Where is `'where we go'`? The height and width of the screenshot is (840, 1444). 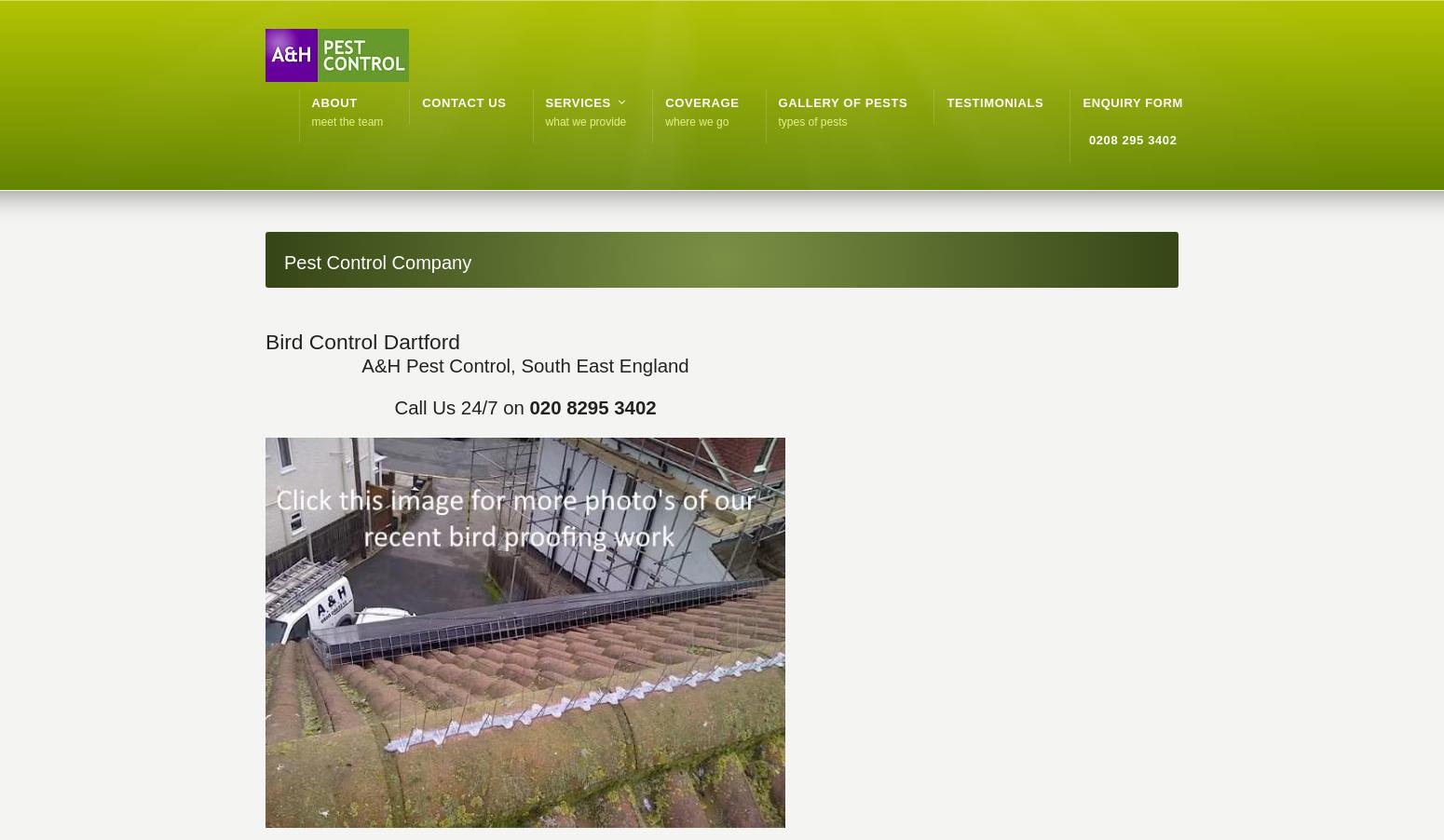
'where we go' is located at coordinates (697, 121).